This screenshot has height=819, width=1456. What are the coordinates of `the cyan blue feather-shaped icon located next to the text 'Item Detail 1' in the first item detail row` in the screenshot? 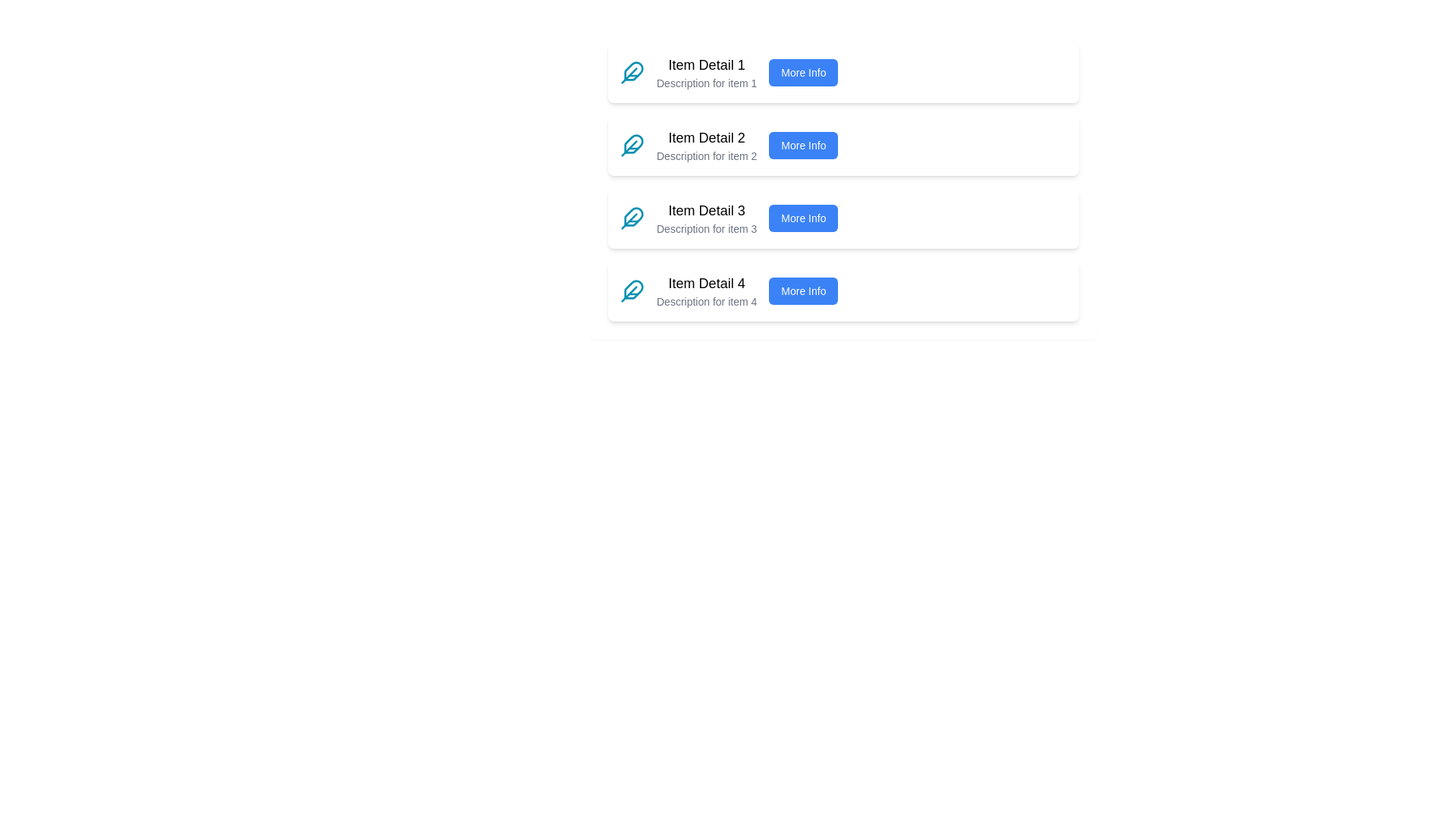 It's located at (632, 73).